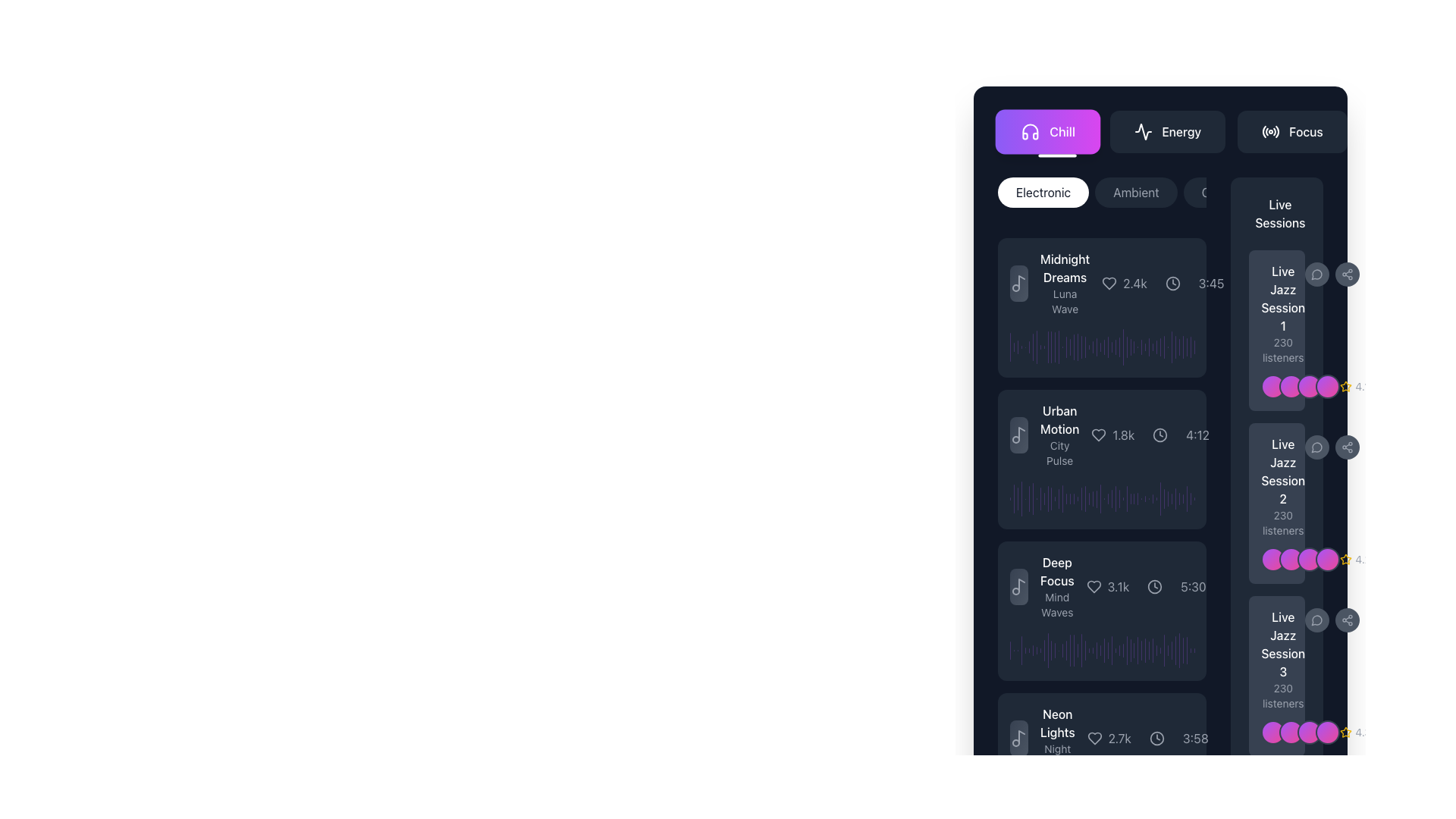 The height and width of the screenshot is (819, 1456). Describe the element at coordinates (1064, 301) in the screenshot. I see `the static text label that provides additional context for the title 'Midnight Dreams', located in the left sidebar interface panel` at that location.